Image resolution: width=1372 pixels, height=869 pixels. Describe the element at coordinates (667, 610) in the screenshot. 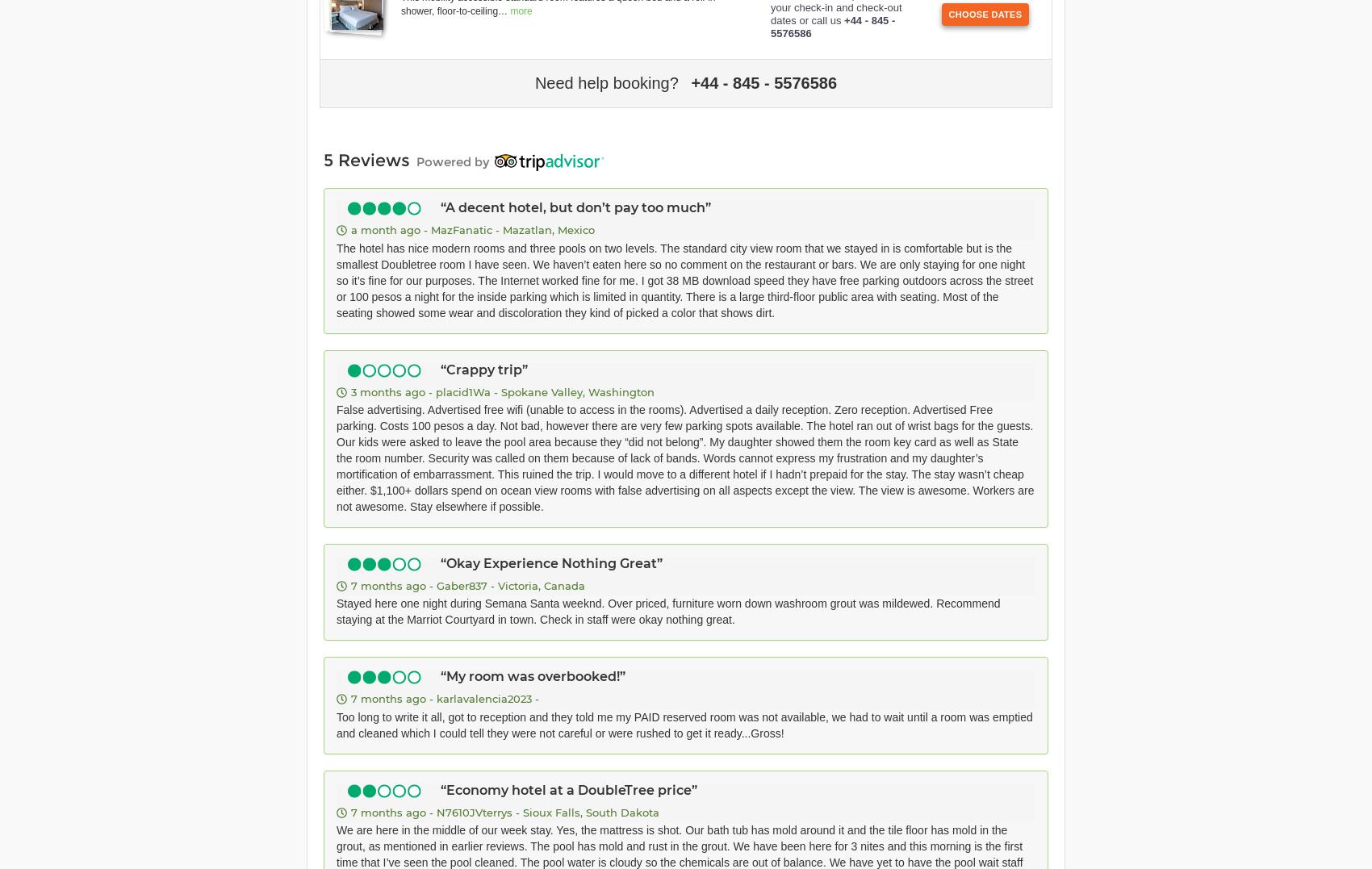

I see `'Stayed here one night during Semana Santa weeknd.  Over priced, furniture worn down washroom grout was mildewed. Recommend staying at the Marriot Courtyard in town. Check in staff were okay nothing great.'` at that location.